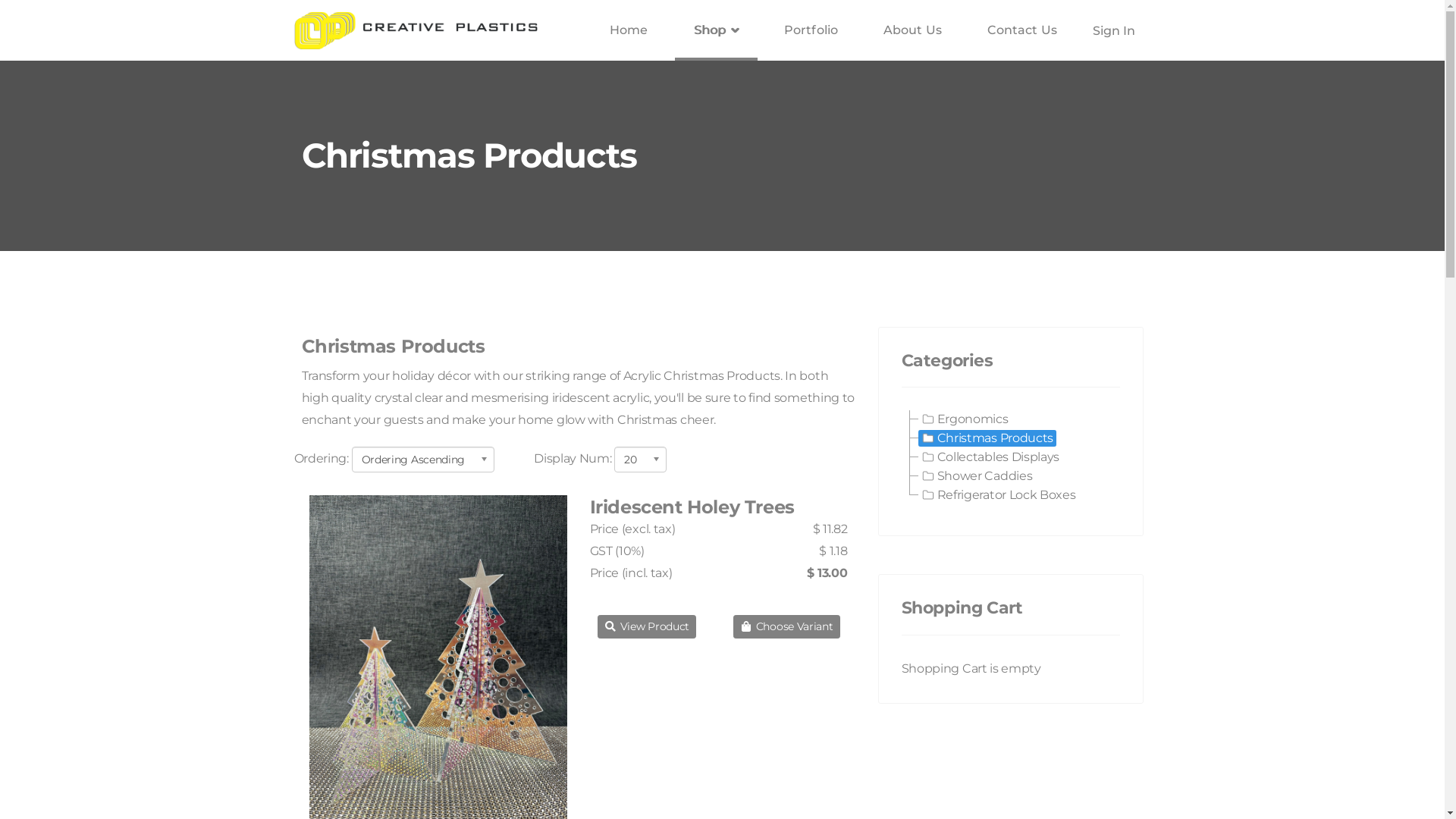  Describe the element at coordinates (912, 30) in the screenshot. I see `'About Us'` at that location.